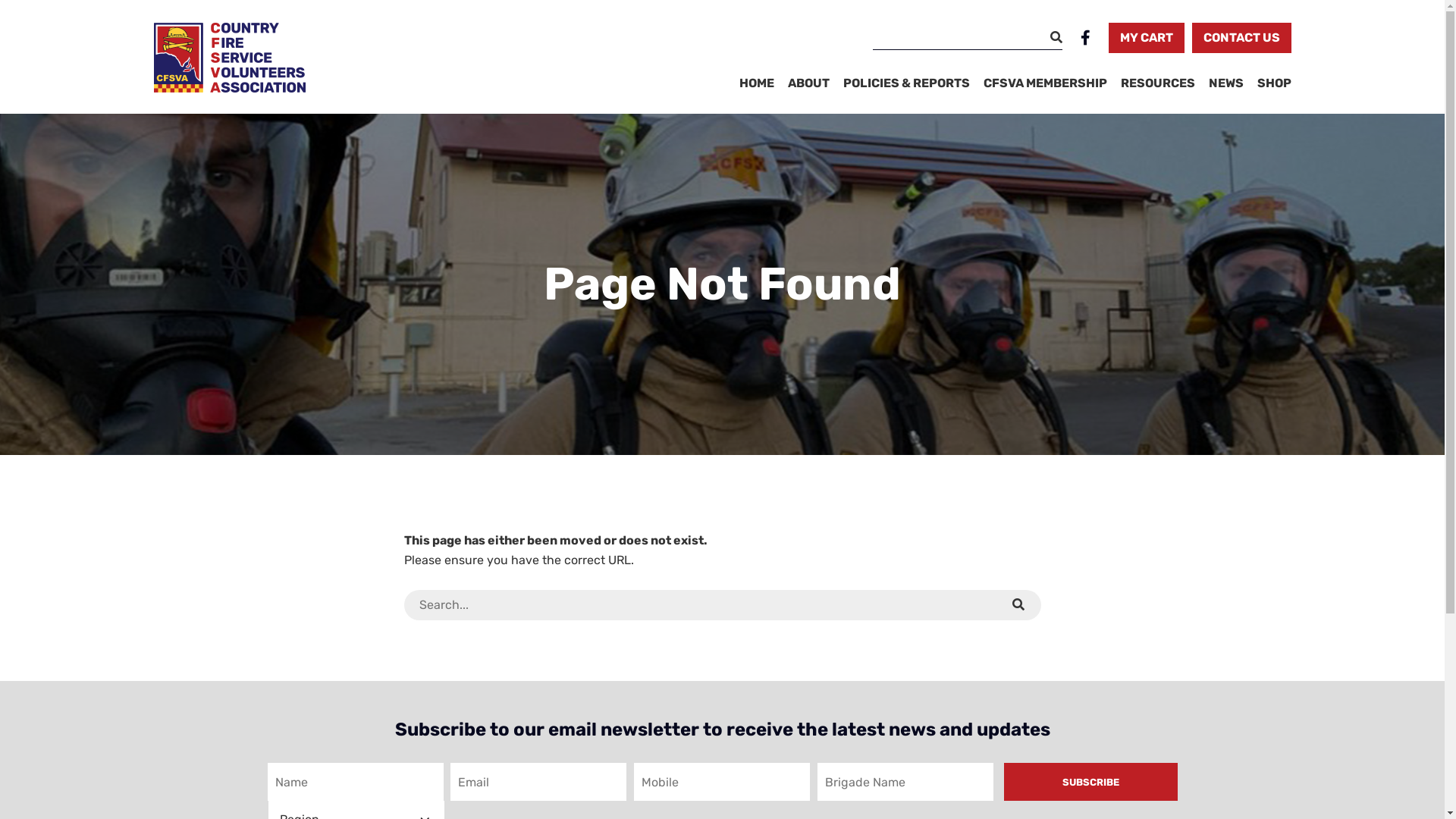 The height and width of the screenshot is (819, 1456). What do you see at coordinates (756, 83) in the screenshot?
I see `'HOME'` at bounding box center [756, 83].